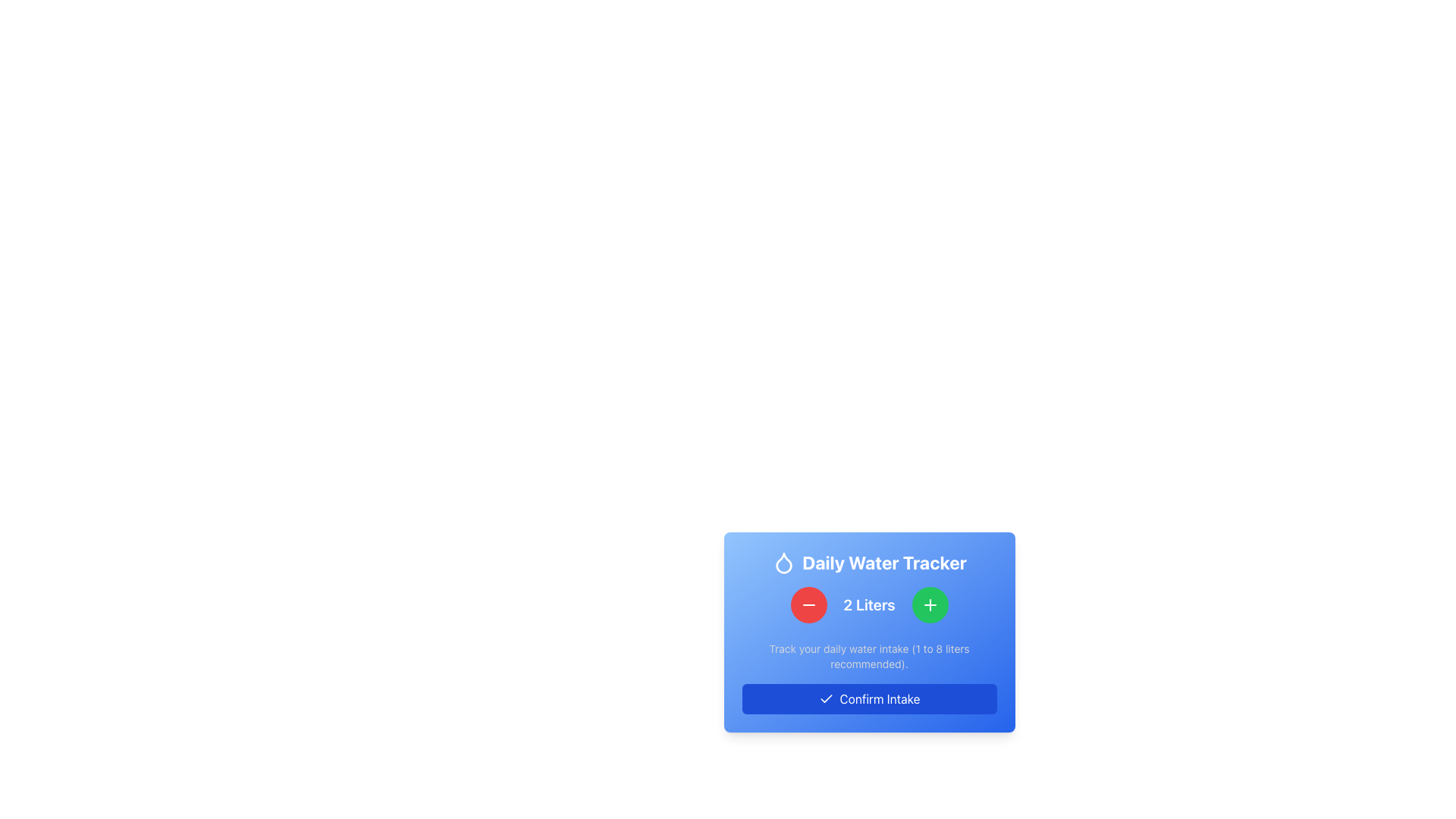 This screenshot has width=1456, height=819. What do you see at coordinates (808, 604) in the screenshot?
I see `the small red circular button with a minus symbol, which is located to the left of the '2 Liters' text` at bounding box center [808, 604].